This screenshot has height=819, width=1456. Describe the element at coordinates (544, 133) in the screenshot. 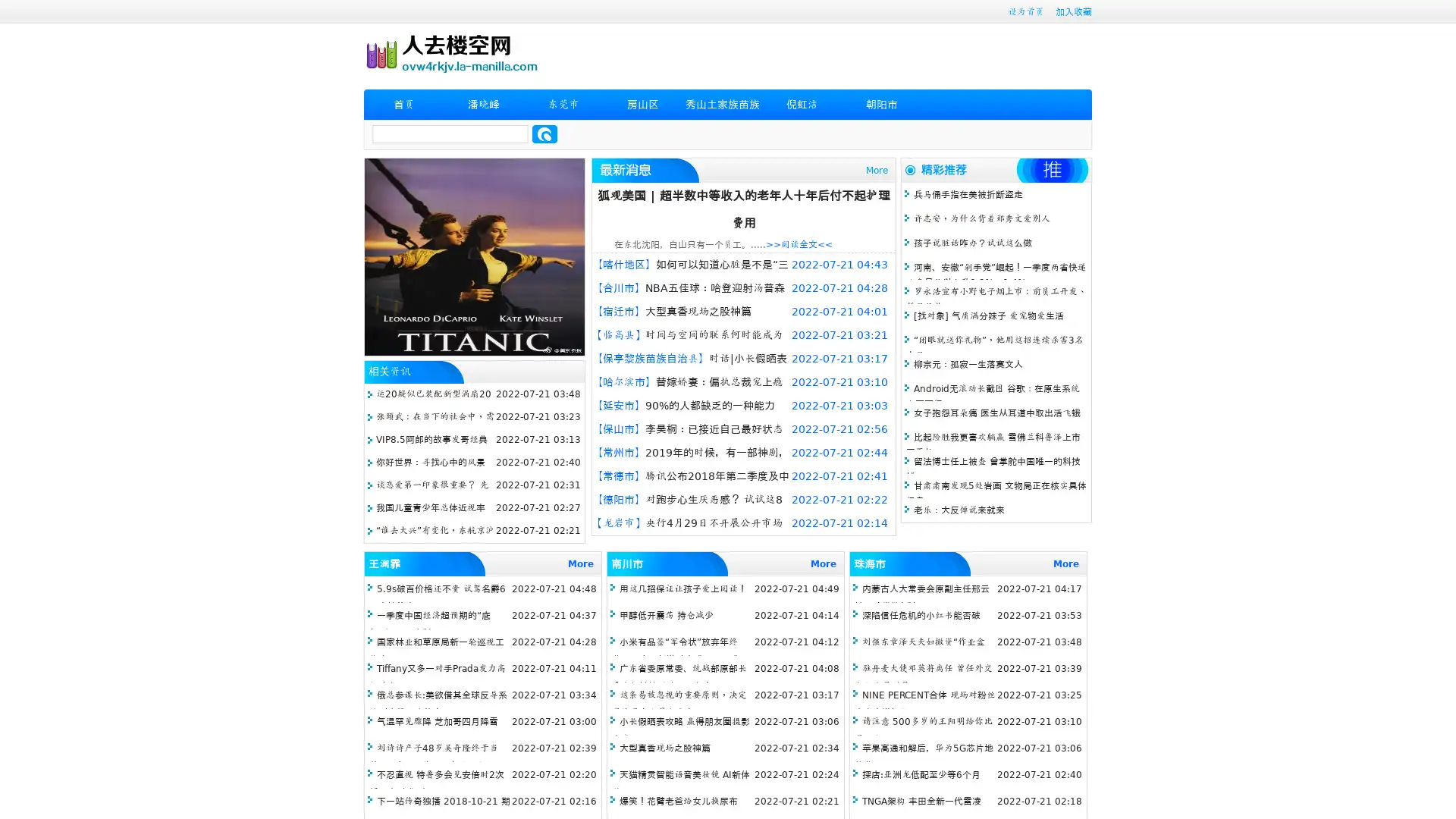

I see `Search` at that location.